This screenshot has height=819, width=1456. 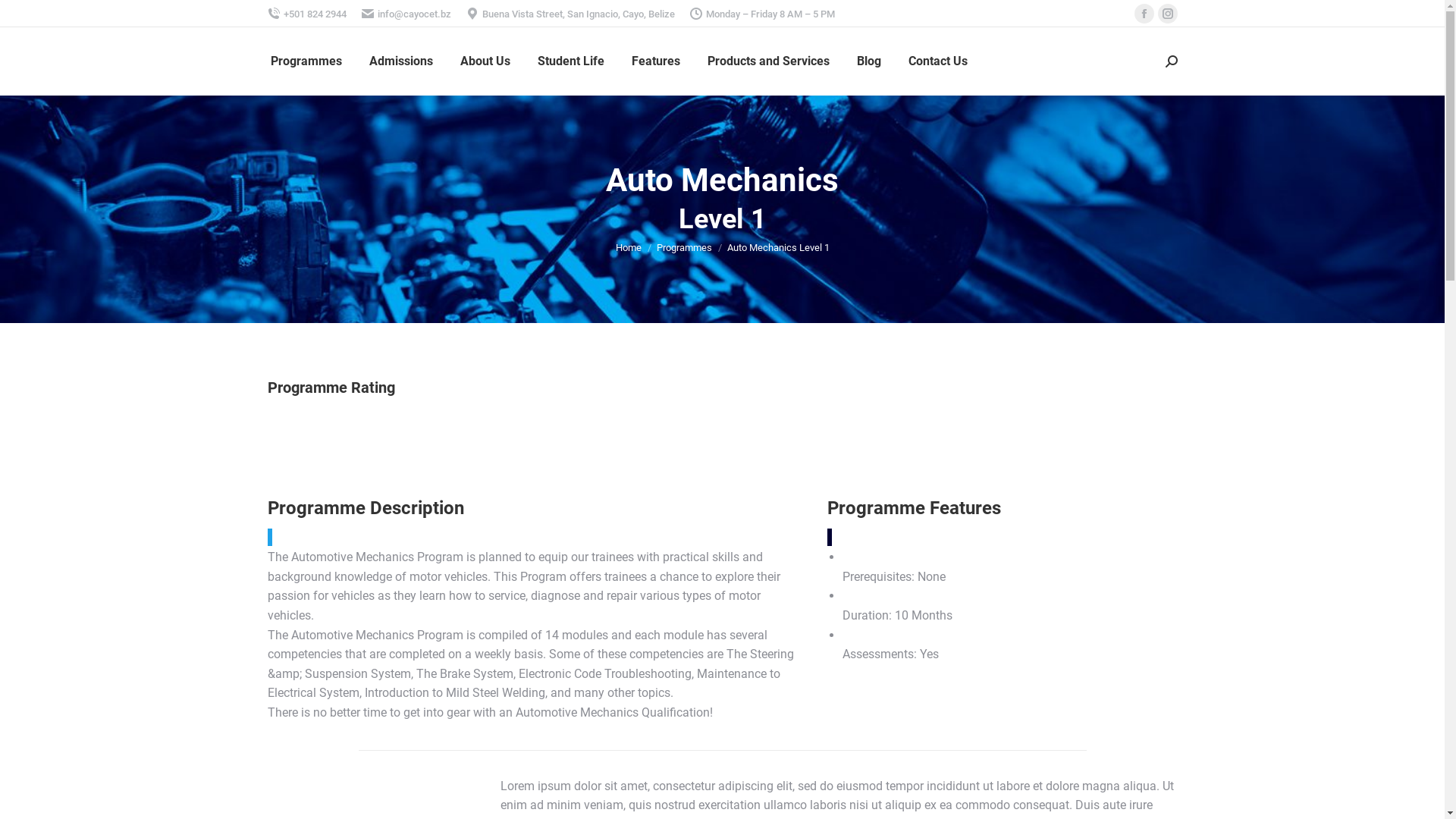 What do you see at coordinates (869, 61) in the screenshot?
I see `'Blog'` at bounding box center [869, 61].